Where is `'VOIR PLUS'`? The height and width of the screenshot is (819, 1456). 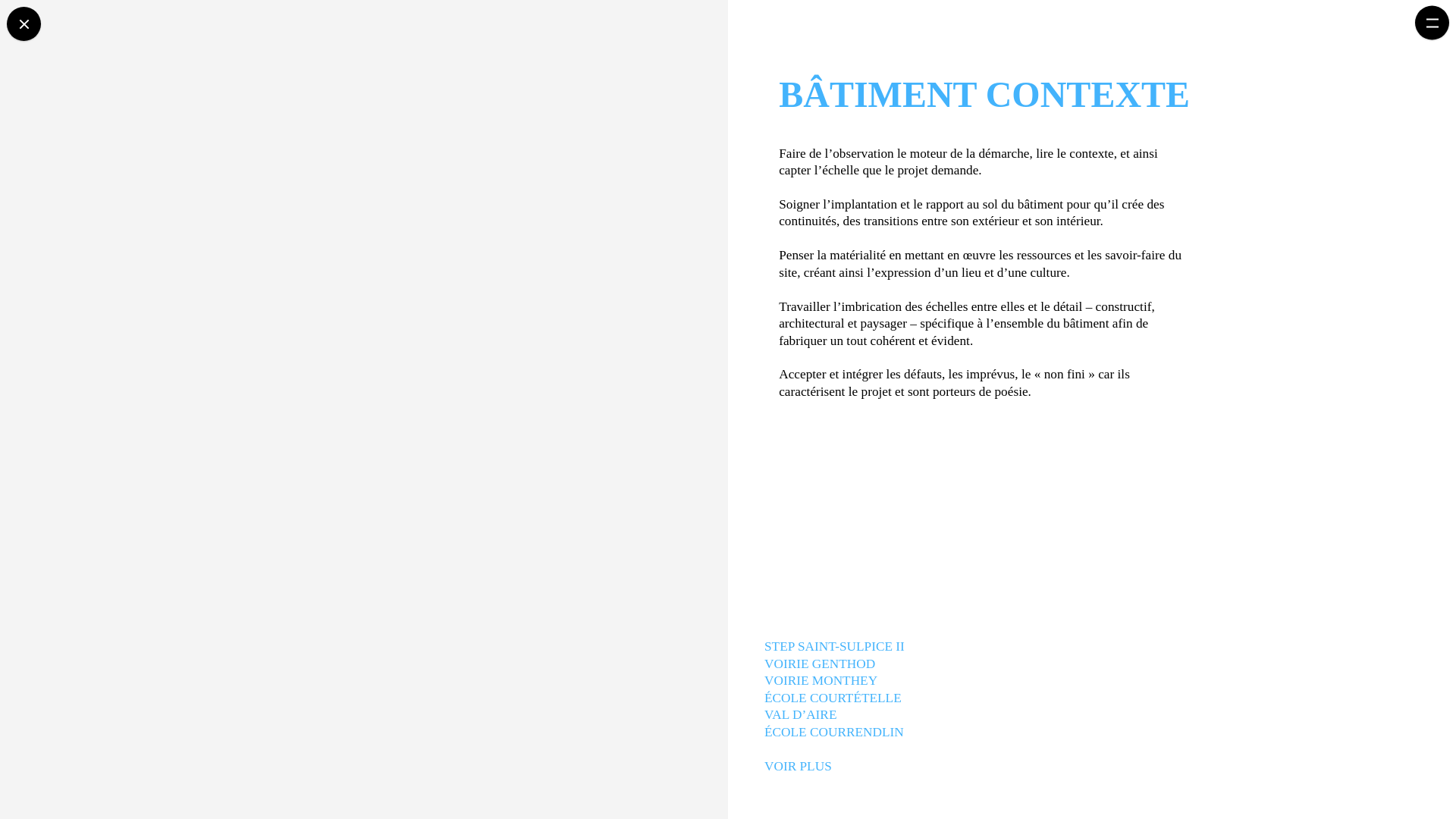 'VOIR PLUS' is located at coordinates (798, 766).